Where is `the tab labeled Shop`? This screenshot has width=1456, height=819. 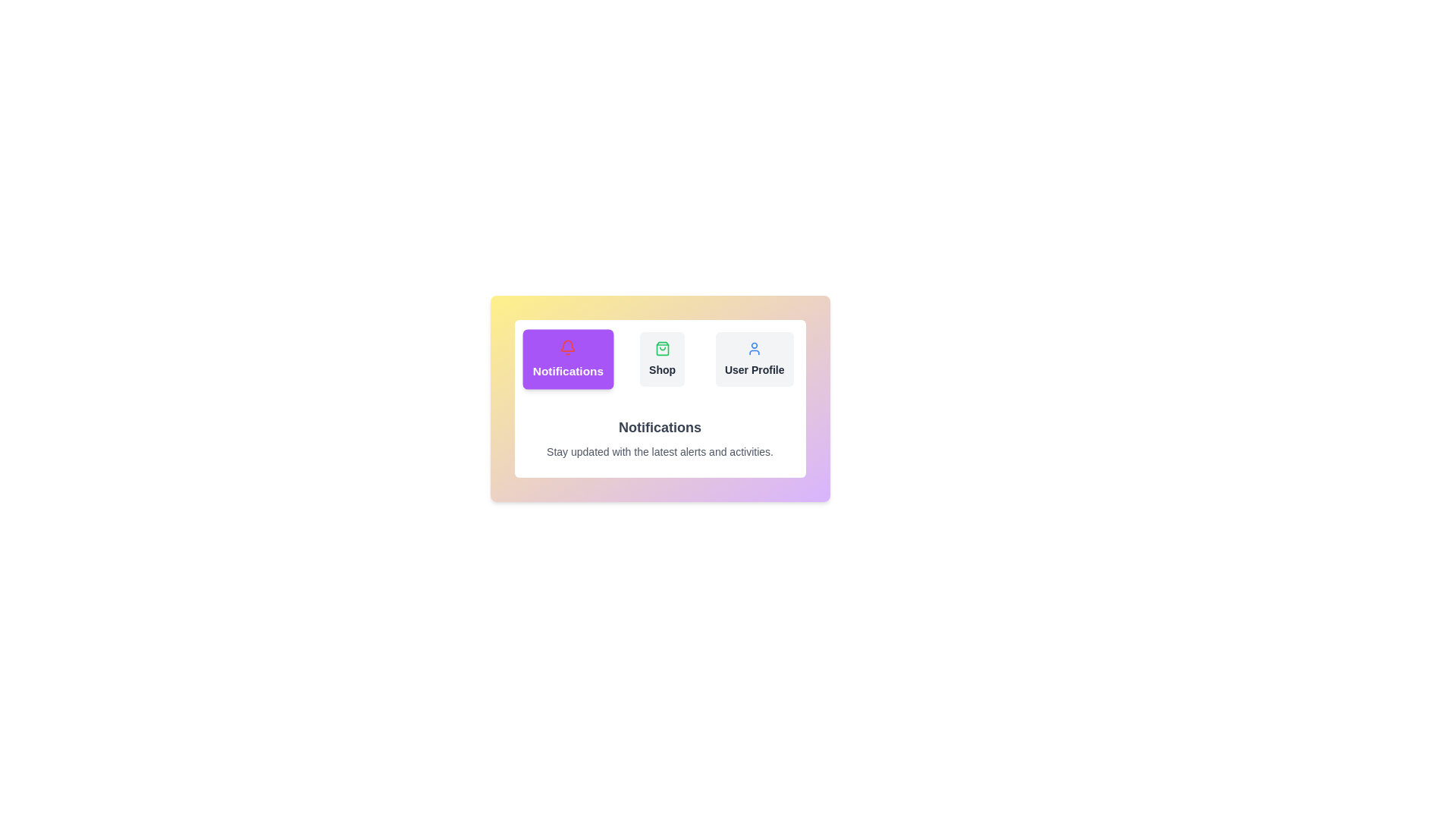
the tab labeled Shop is located at coordinates (662, 359).